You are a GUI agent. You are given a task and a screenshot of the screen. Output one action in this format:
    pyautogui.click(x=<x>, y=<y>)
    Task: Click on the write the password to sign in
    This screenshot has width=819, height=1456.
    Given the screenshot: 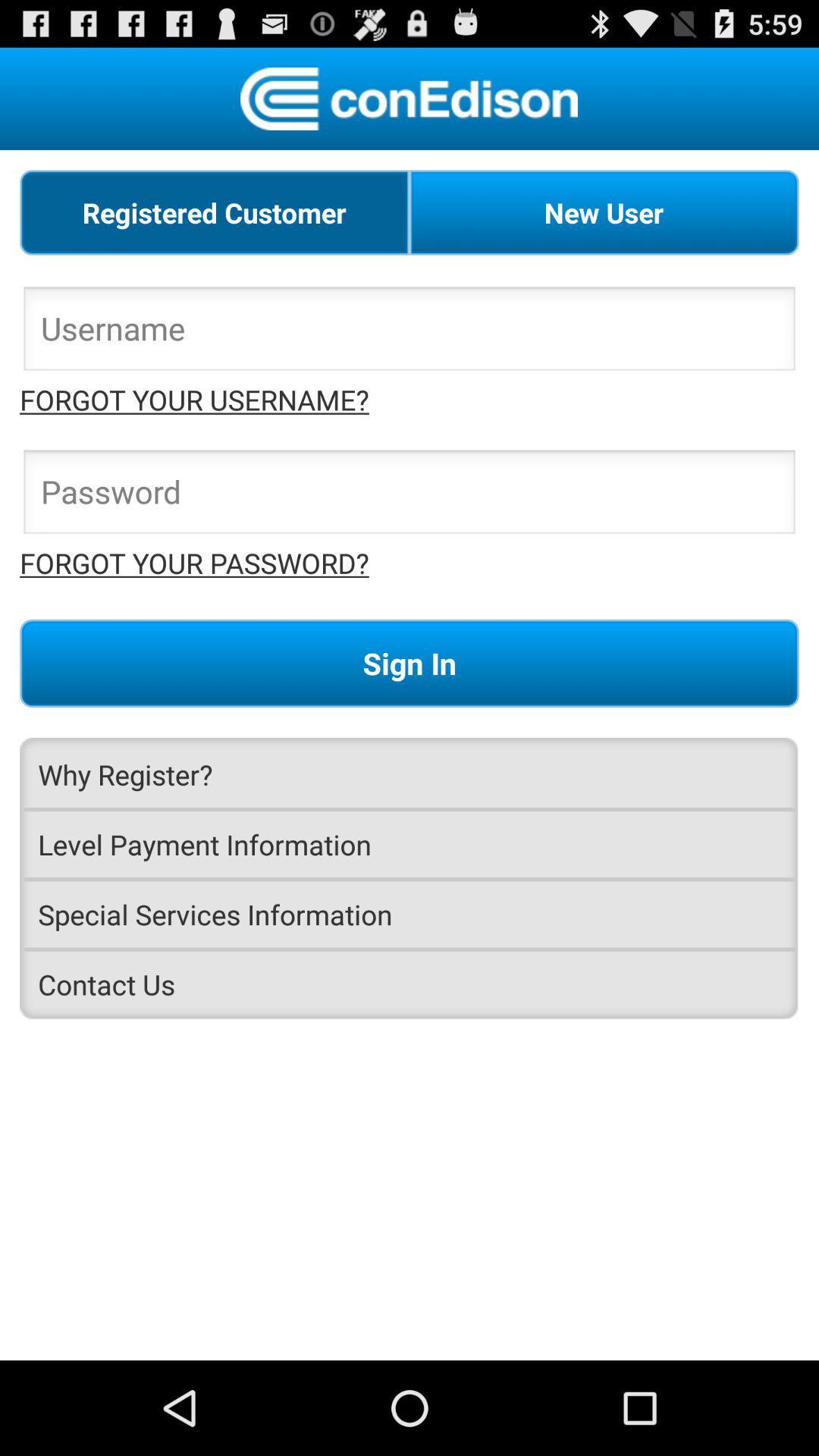 What is the action you would take?
    pyautogui.click(x=409, y=496)
    